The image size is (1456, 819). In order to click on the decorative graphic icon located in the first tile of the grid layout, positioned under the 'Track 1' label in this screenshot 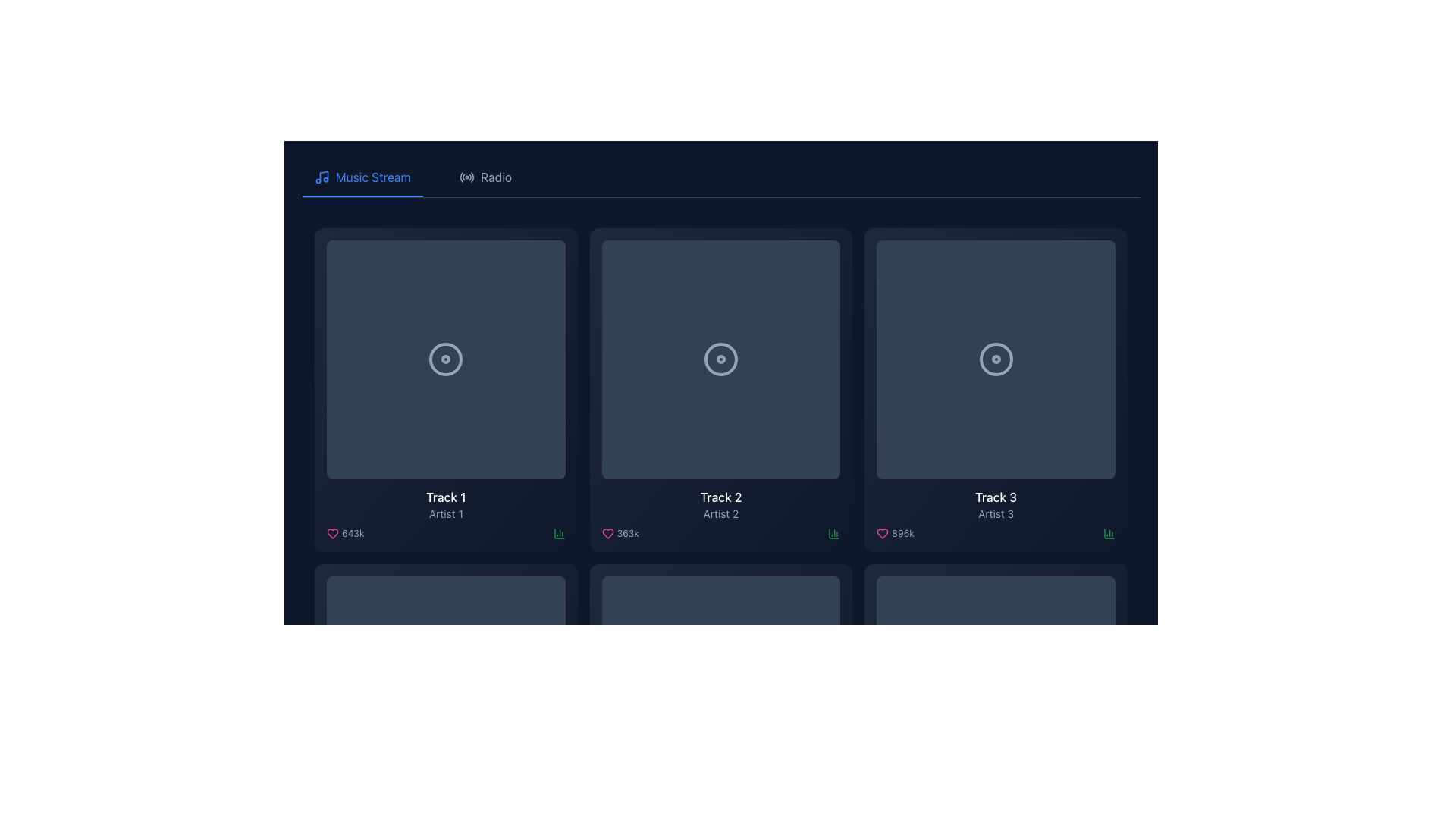, I will do `click(445, 359)`.